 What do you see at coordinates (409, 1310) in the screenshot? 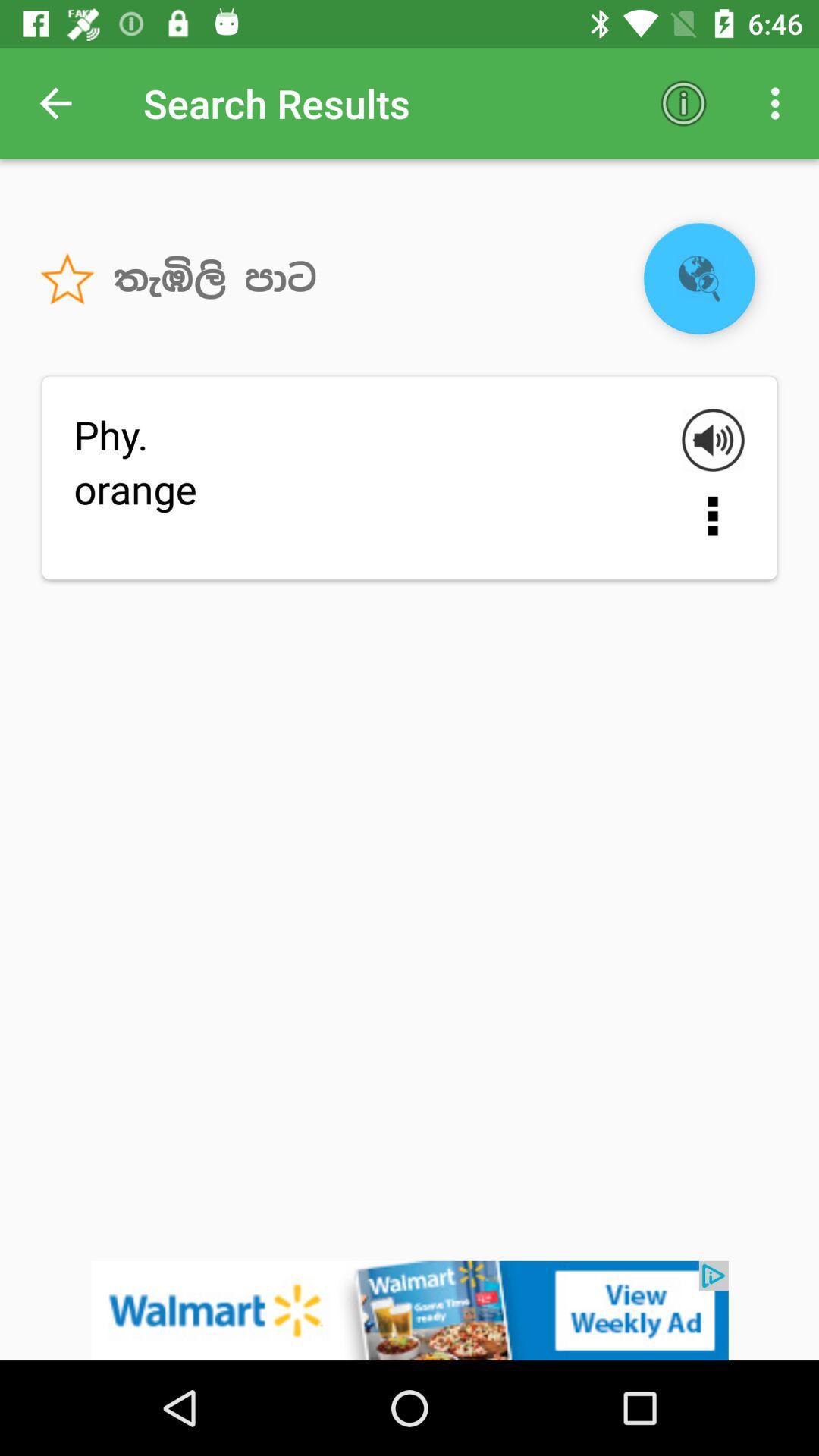
I see `open walmart advertisement` at bounding box center [409, 1310].